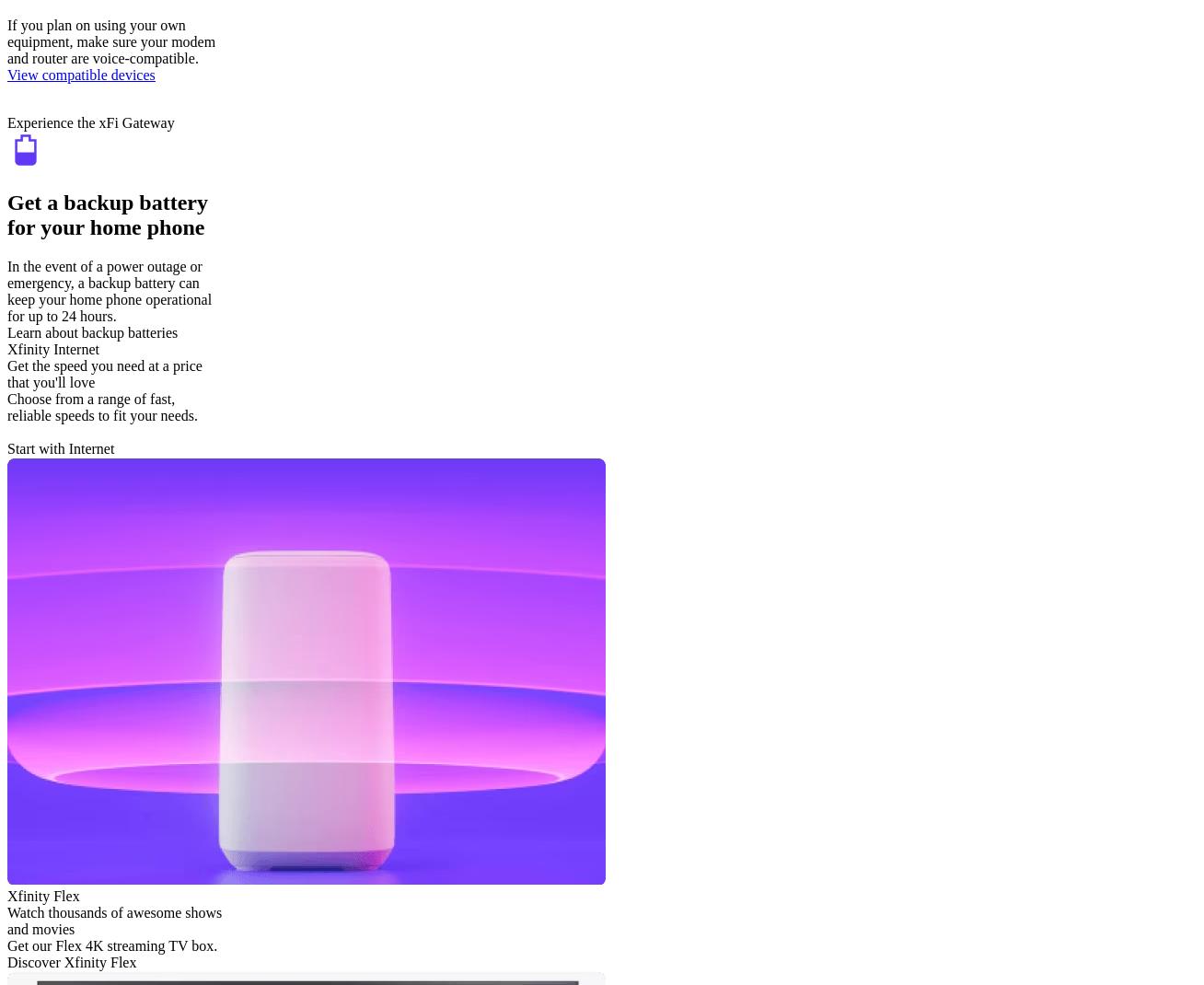 The height and width of the screenshot is (985, 1204). What do you see at coordinates (61, 447) in the screenshot?
I see `'Start with Internet'` at bounding box center [61, 447].